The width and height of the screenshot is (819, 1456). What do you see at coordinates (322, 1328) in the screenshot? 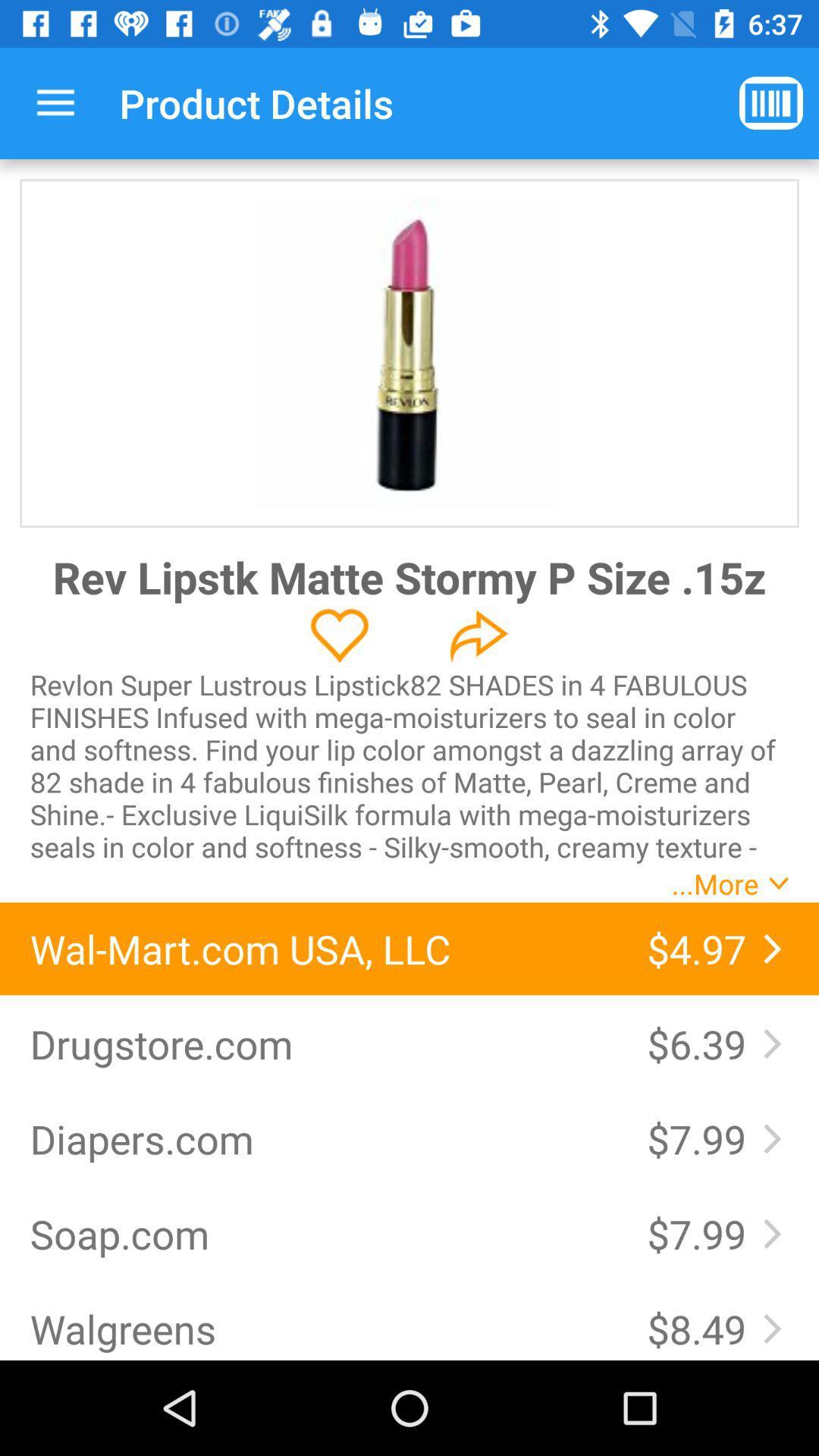
I see `the icon below the soap.com icon` at bounding box center [322, 1328].